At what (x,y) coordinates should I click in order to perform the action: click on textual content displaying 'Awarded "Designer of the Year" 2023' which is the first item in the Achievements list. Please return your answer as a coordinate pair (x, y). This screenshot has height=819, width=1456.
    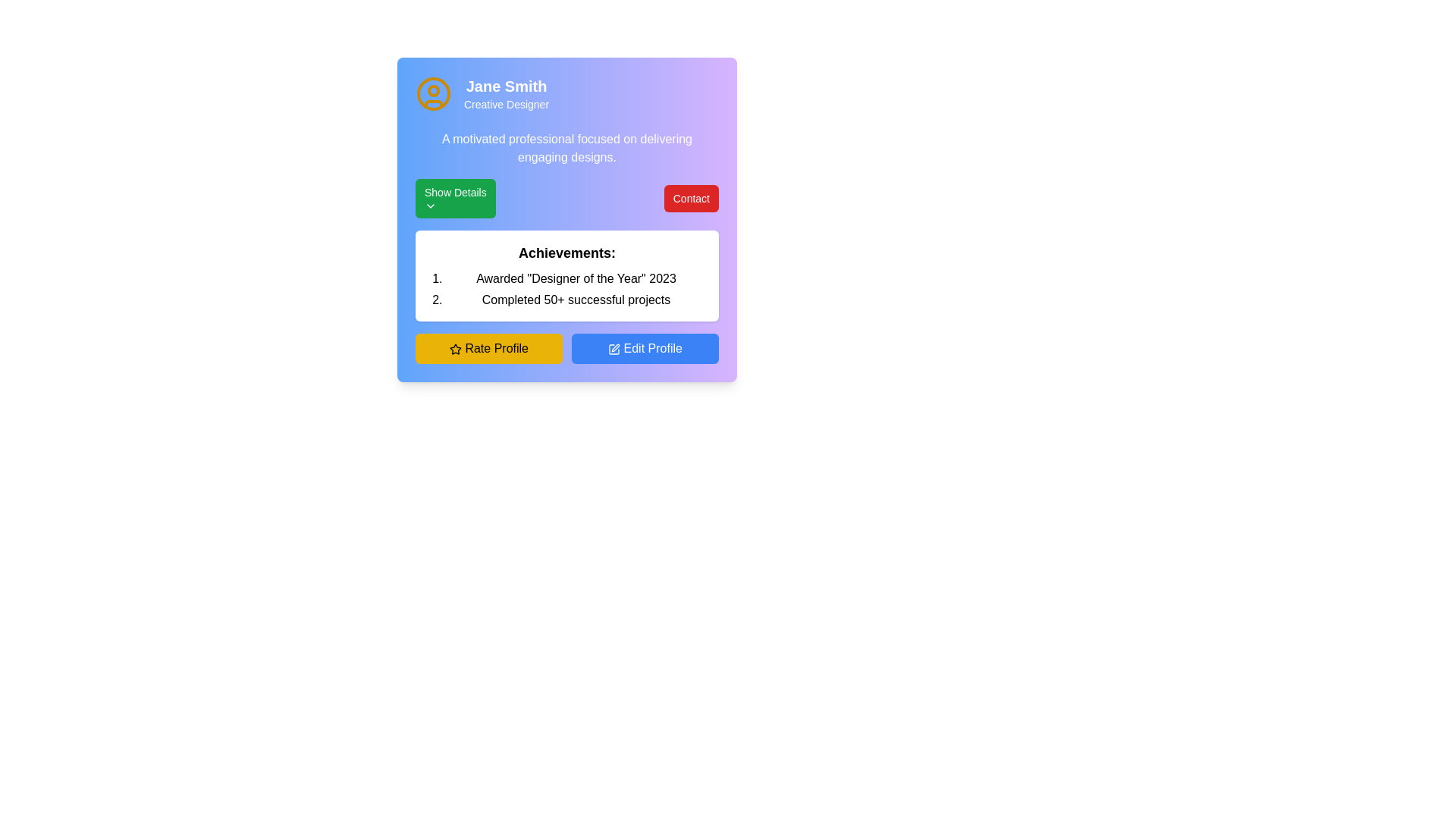
    Looking at the image, I should click on (575, 278).